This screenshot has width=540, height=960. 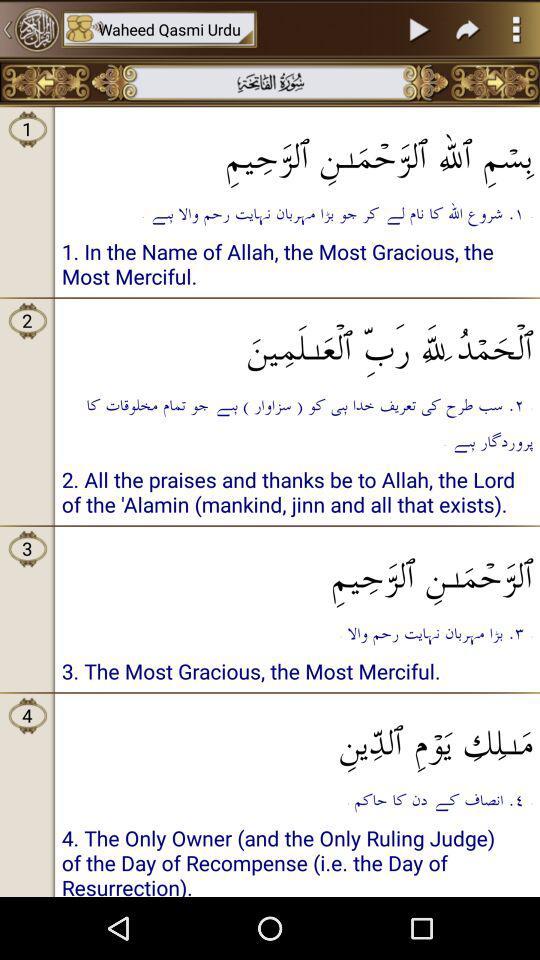 I want to click on go back, so click(x=45, y=82).